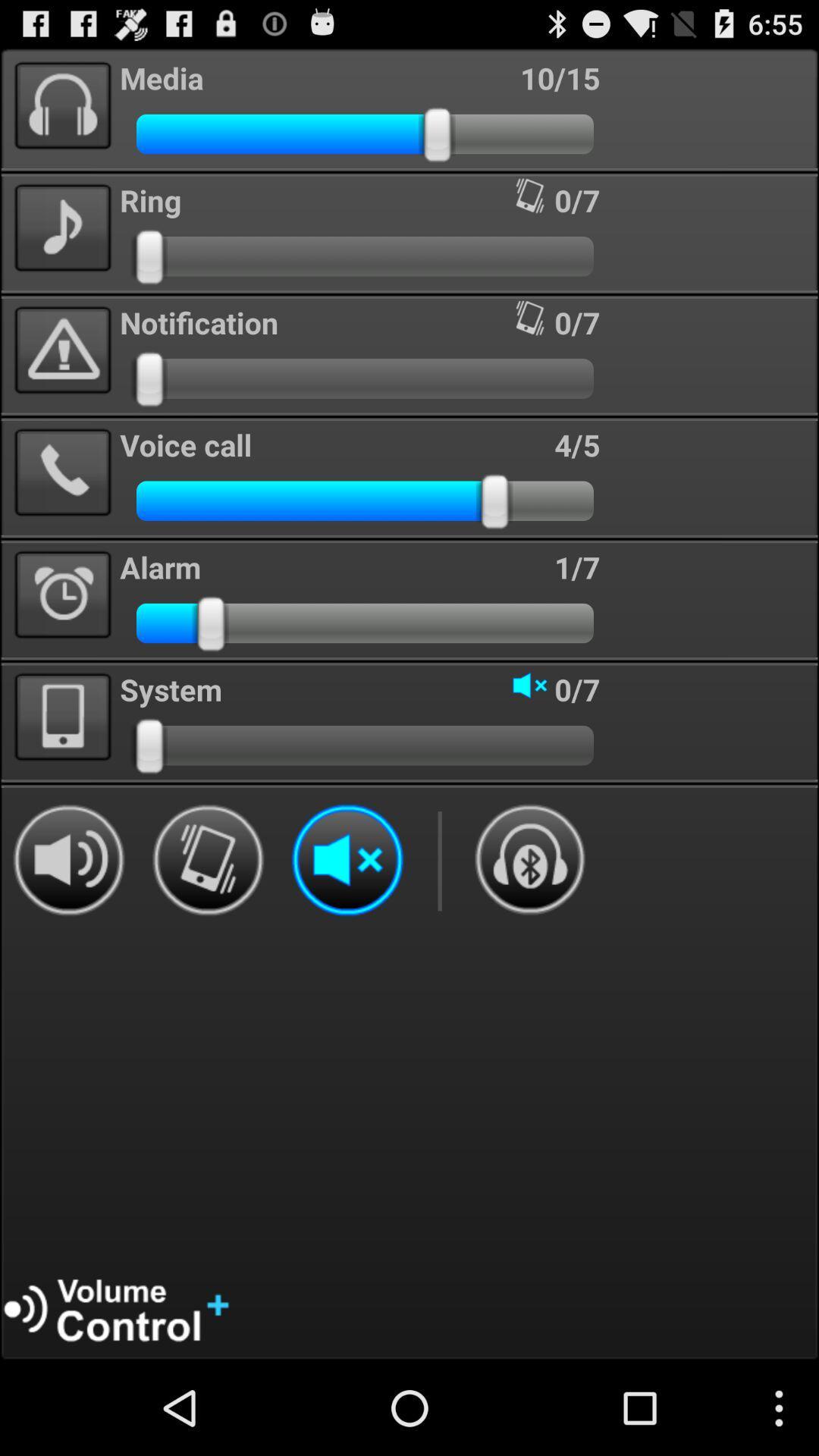  I want to click on the music icon, so click(62, 243).